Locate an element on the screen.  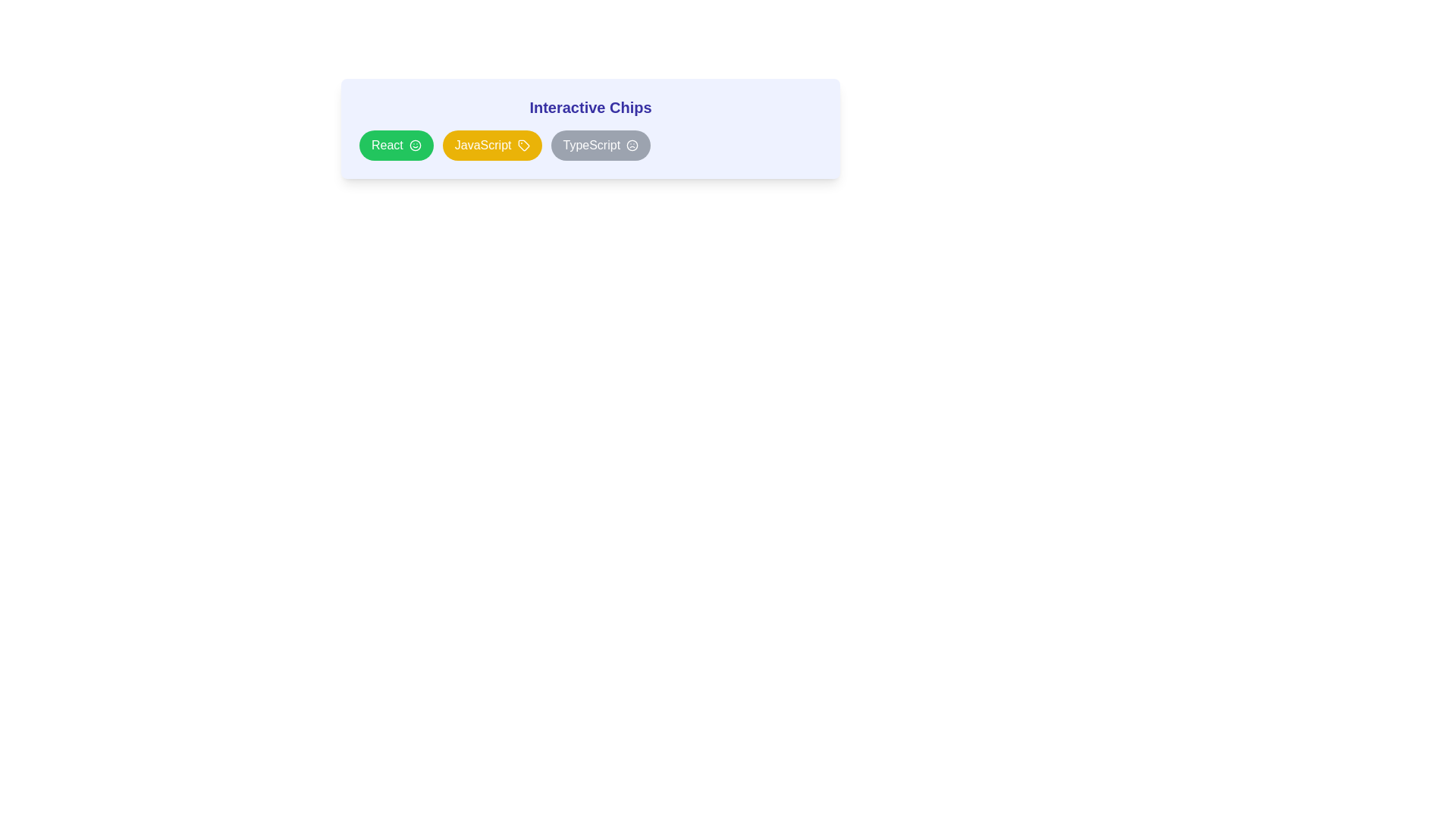
the SVG icon resembling a tag symbol, which is styled with a white stroke-only outline on a yellow background, positioned to the right of the 'JavaScript' chip is located at coordinates (523, 146).